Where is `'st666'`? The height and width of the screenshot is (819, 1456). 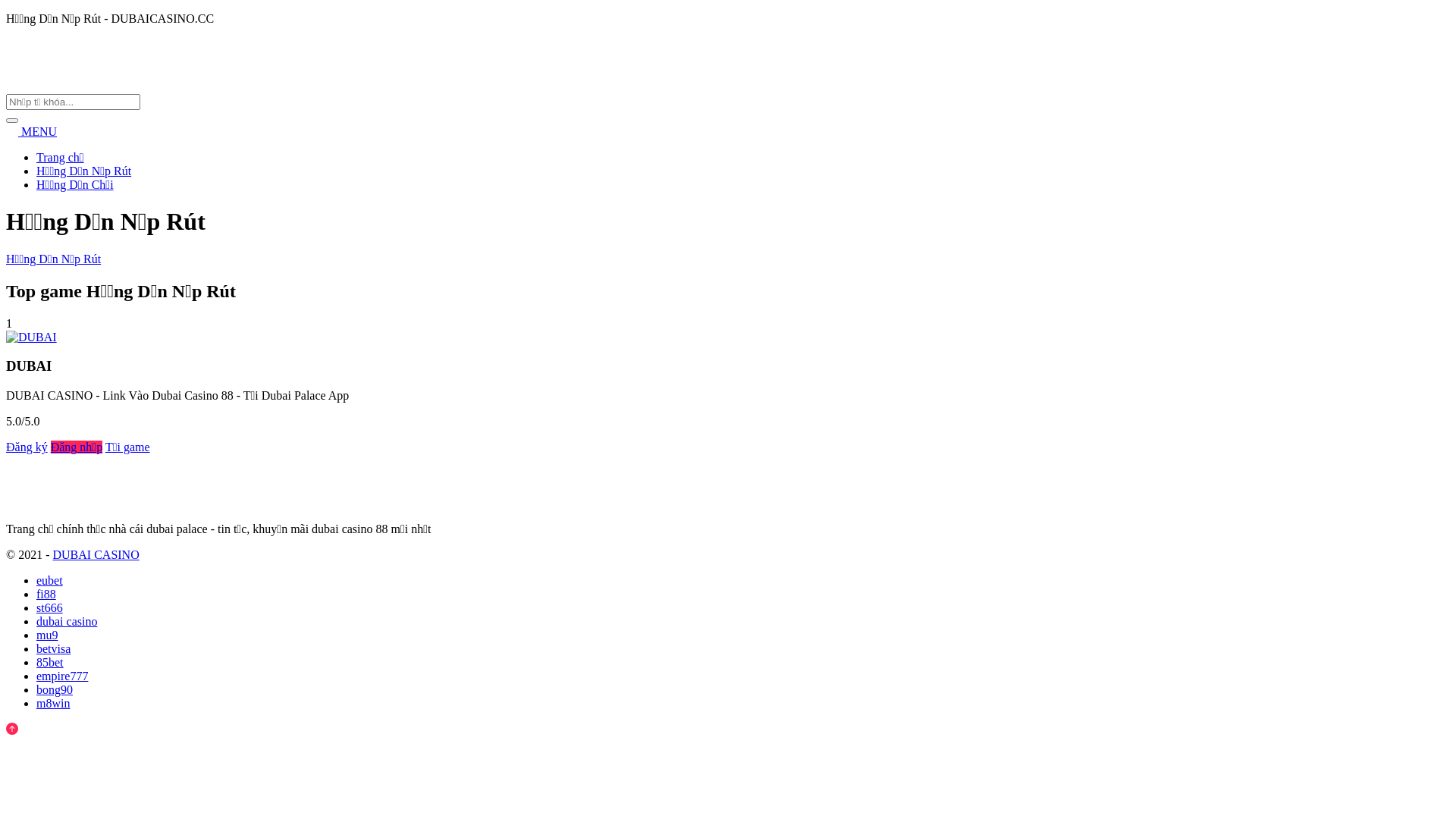 'st666' is located at coordinates (36, 607).